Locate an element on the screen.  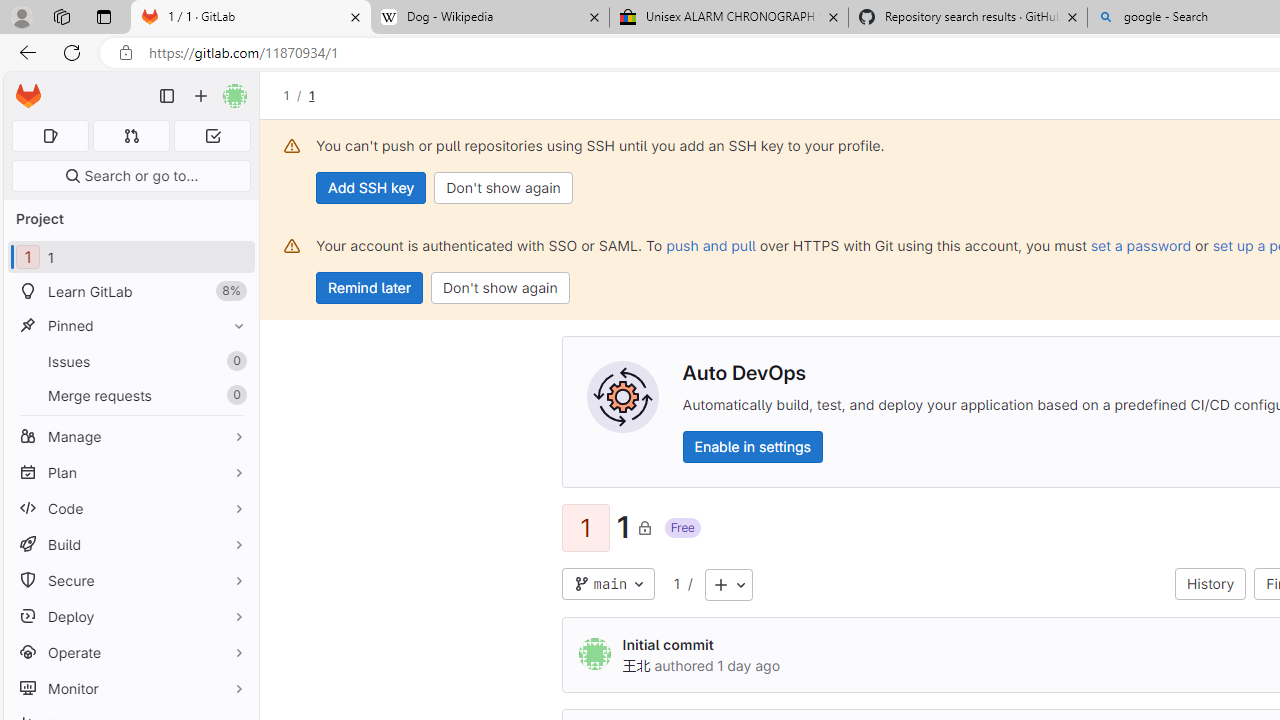
'Deploy' is located at coordinates (130, 615).